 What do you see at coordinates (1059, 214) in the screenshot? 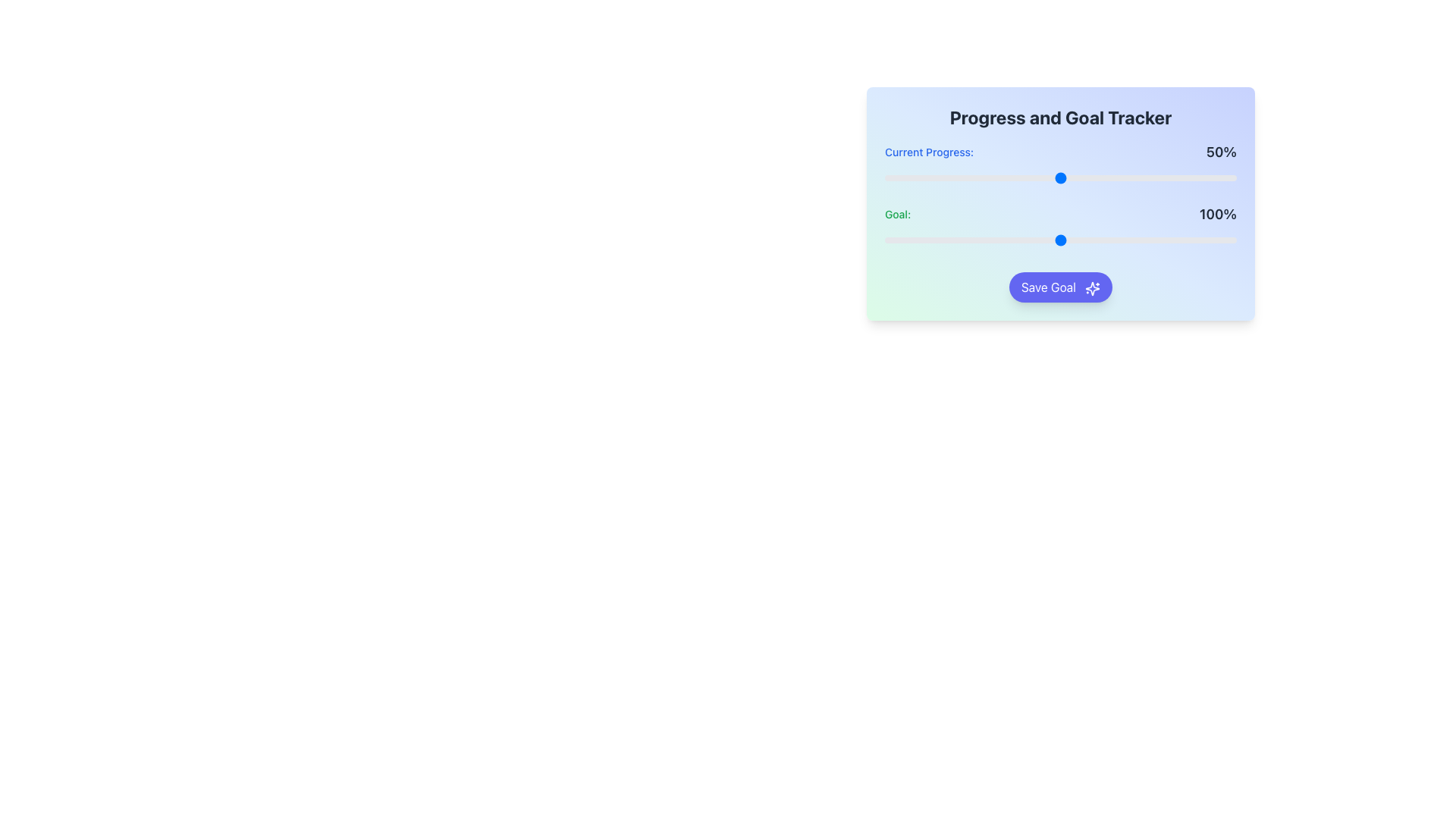
I see `the 'Goal:' text display which shows the percentage value '100%' in bold, located in the third row of the progress tracker interface` at bounding box center [1059, 214].